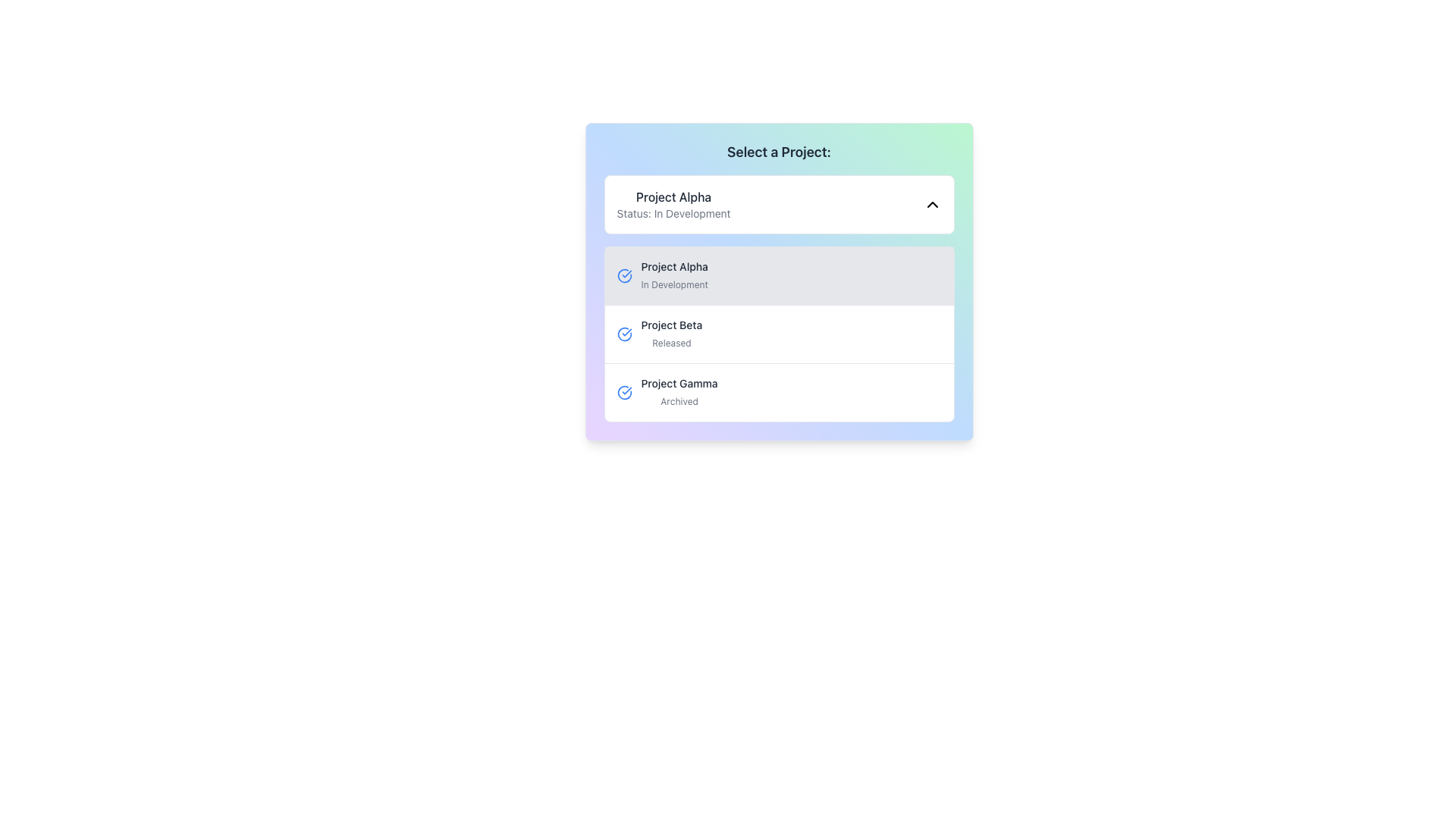 This screenshot has height=819, width=1456. What do you see at coordinates (779, 391) in the screenshot?
I see `the 'Project Gamma' entry in the selectable list` at bounding box center [779, 391].